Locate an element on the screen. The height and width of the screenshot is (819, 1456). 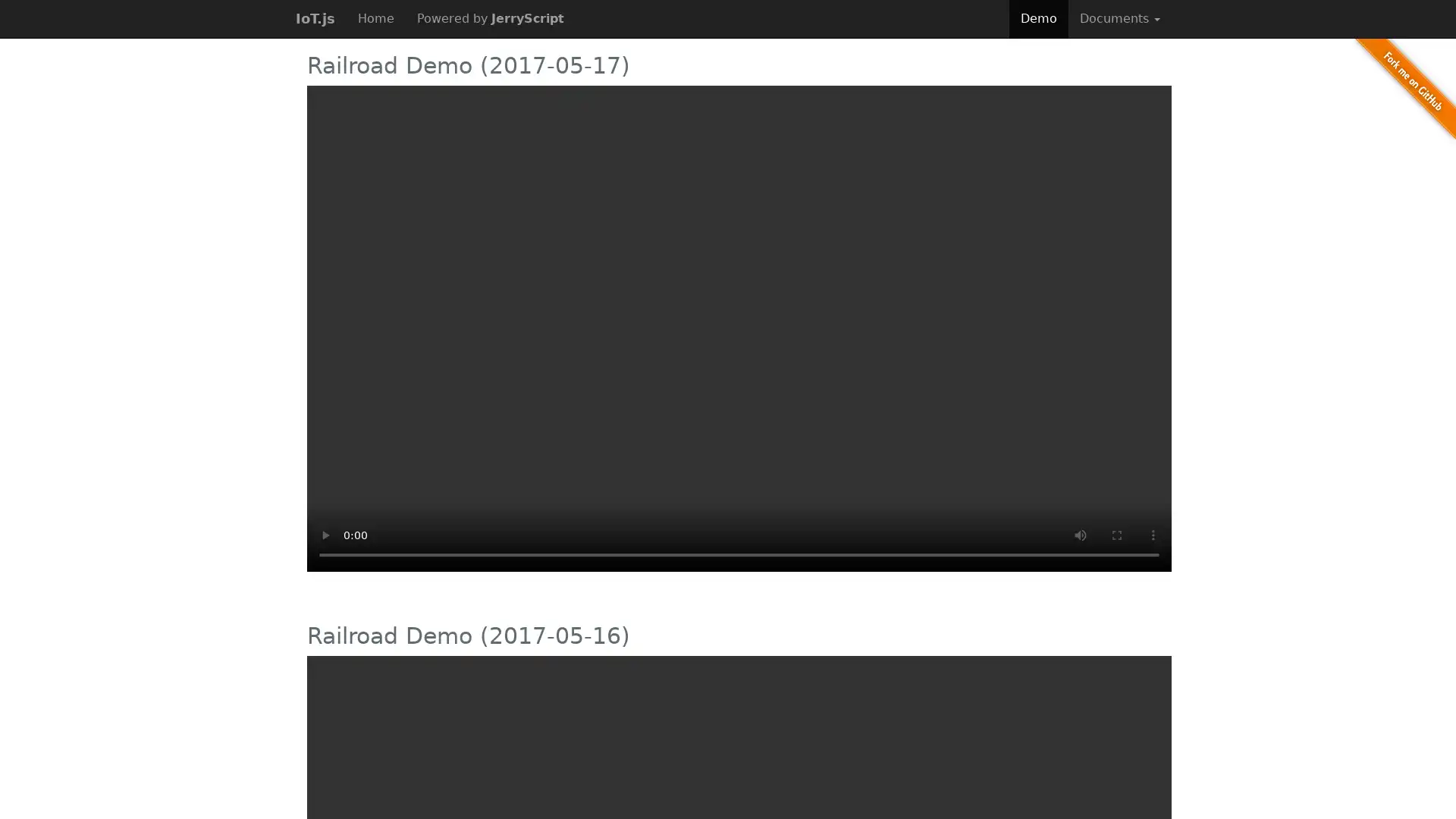
mute is located at coordinates (1080, 534).